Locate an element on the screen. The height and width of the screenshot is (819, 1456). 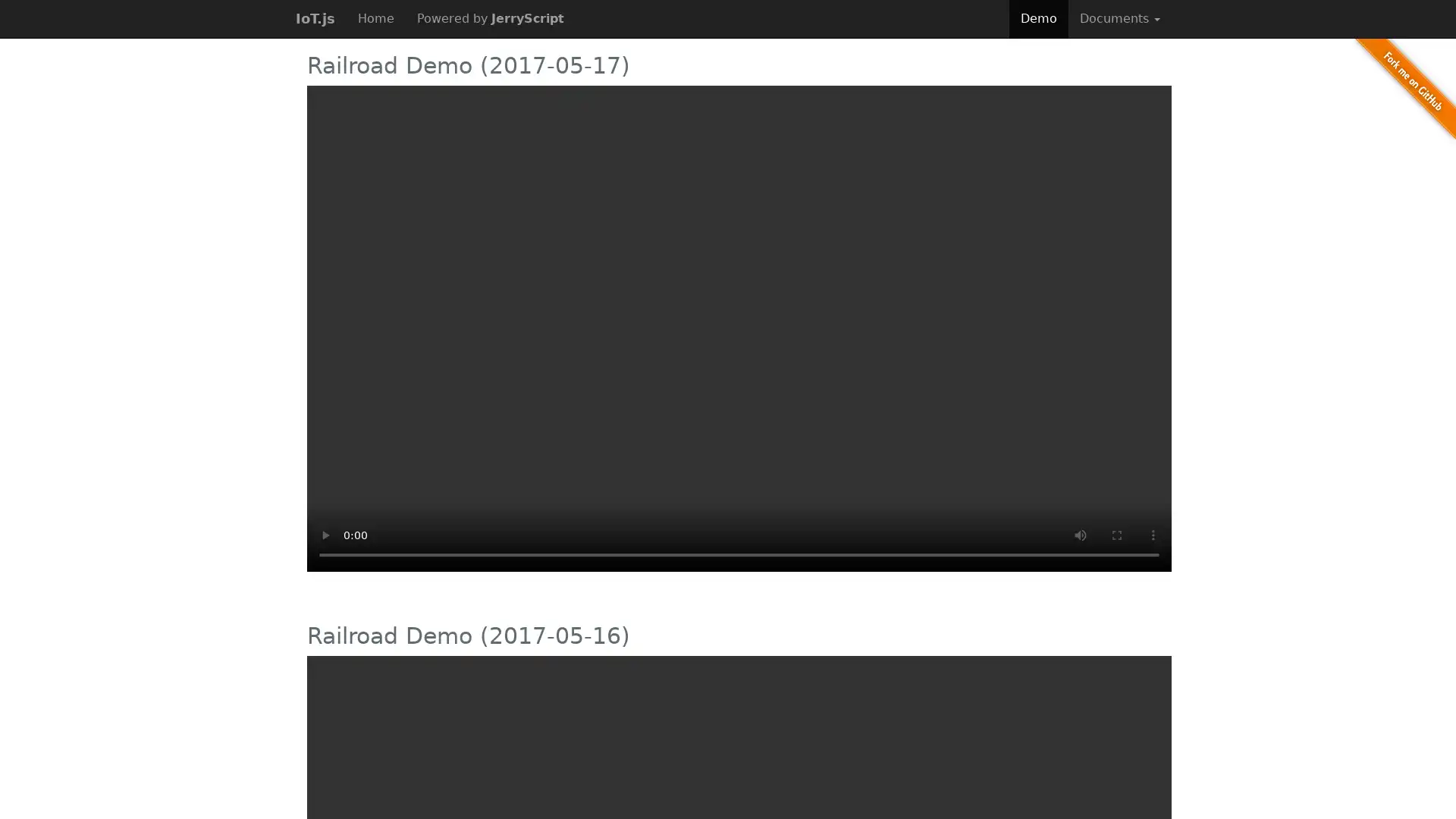
mute is located at coordinates (1080, 534).